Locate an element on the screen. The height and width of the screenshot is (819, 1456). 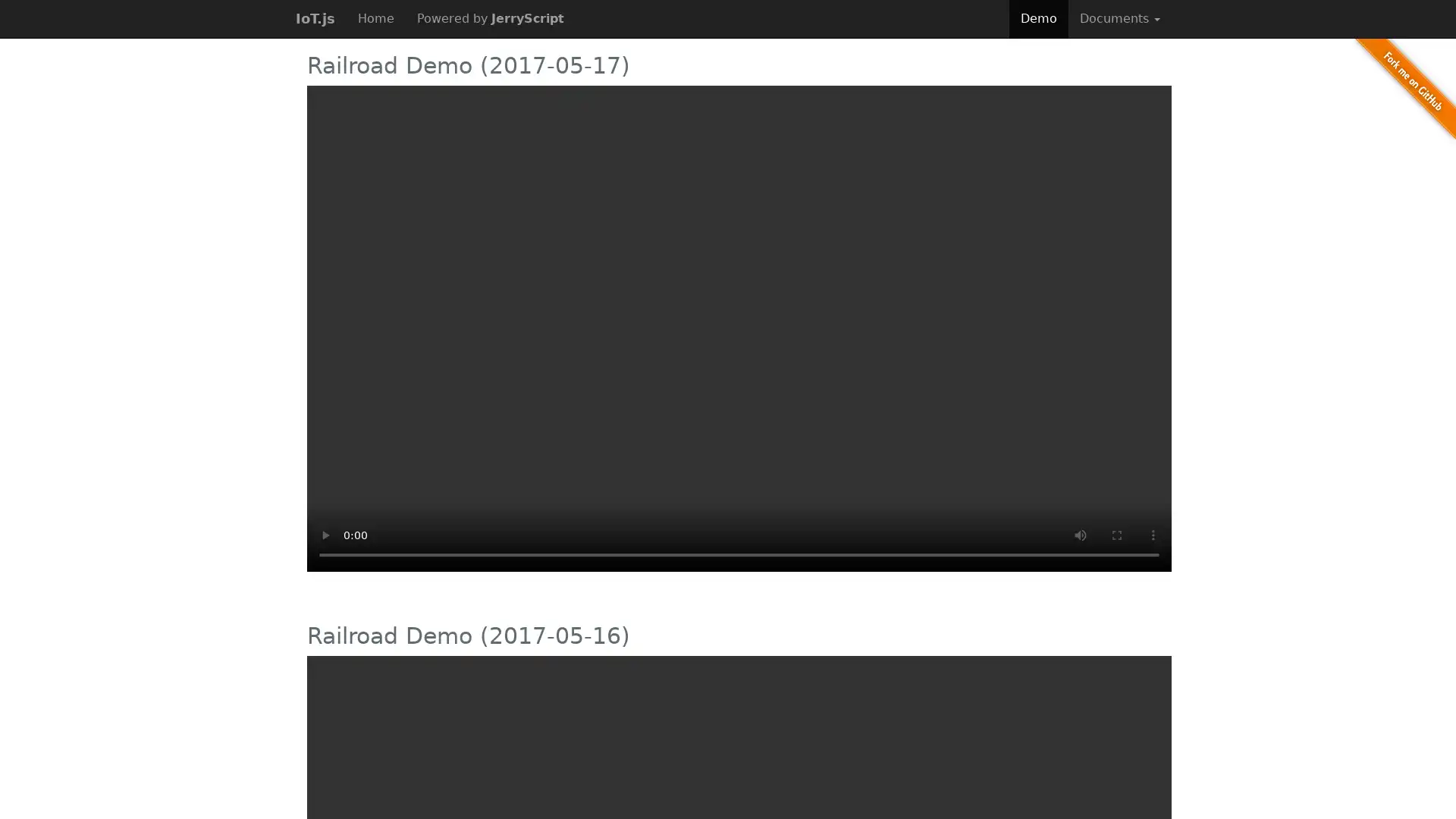
mute is located at coordinates (1080, 534).